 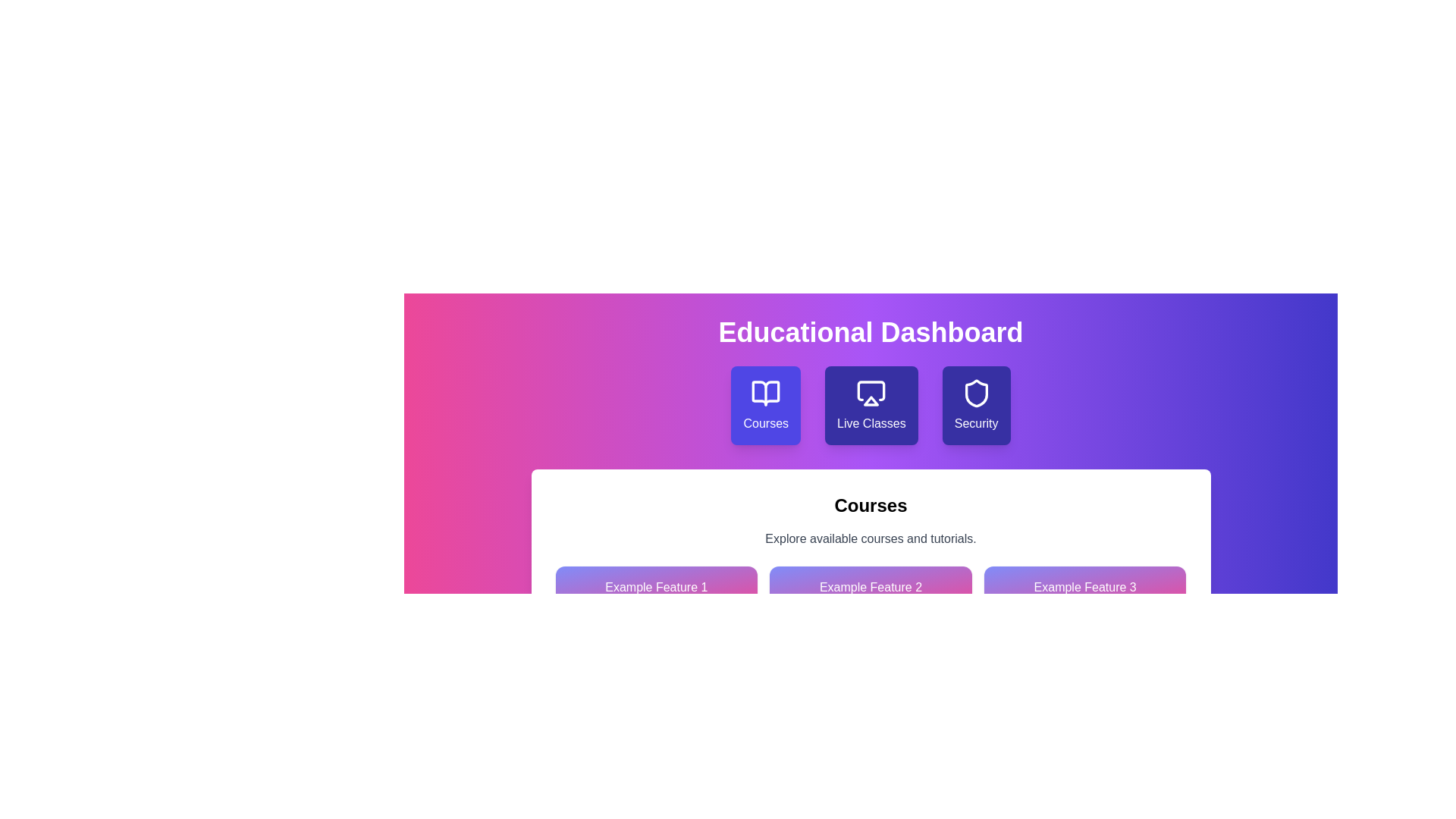 I want to click on the button labeled 'Security' to observe the visual effect, so click(x=976, y=405).